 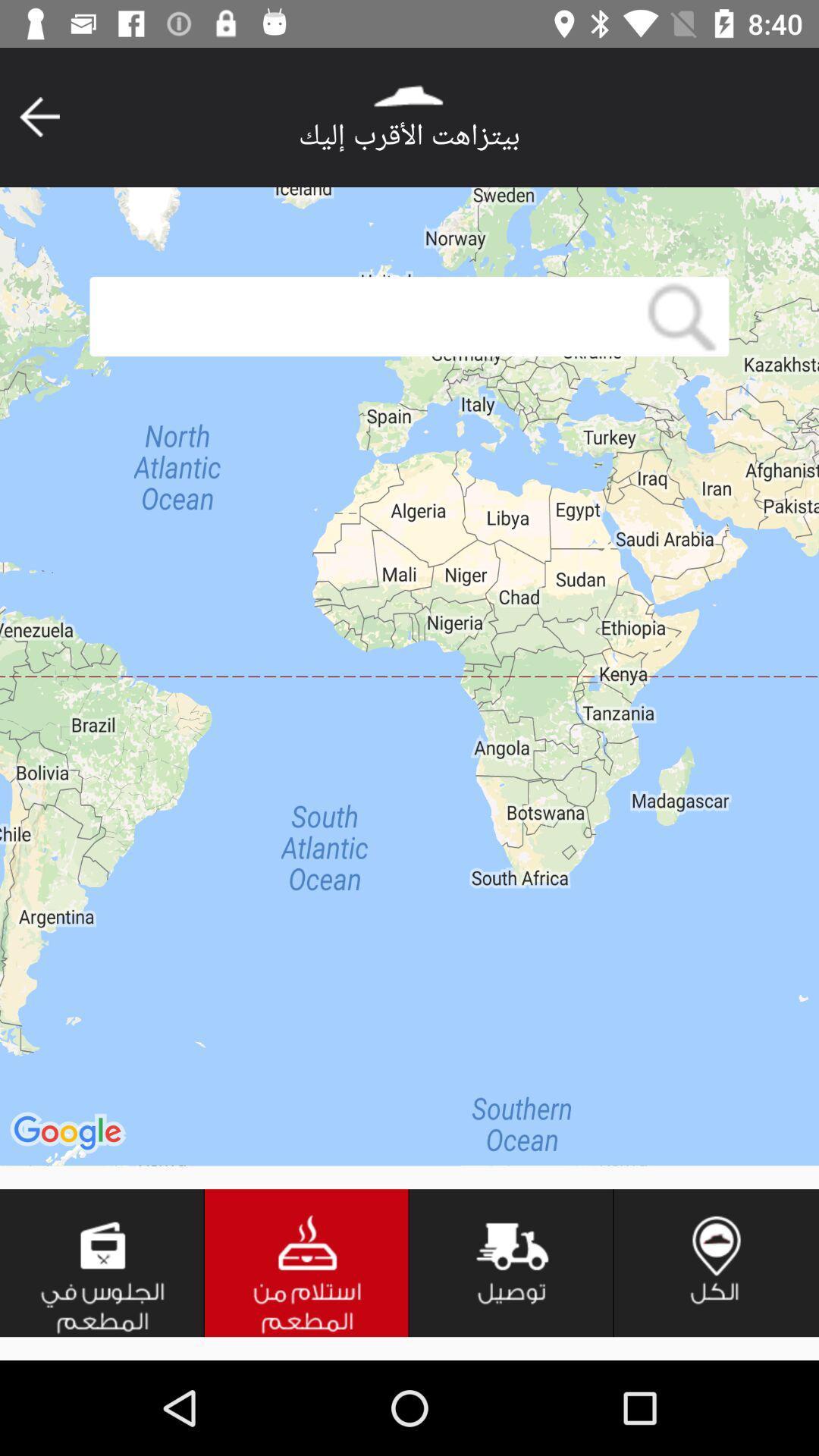 I want to click on click on the search button, so click(x=681, y=315).